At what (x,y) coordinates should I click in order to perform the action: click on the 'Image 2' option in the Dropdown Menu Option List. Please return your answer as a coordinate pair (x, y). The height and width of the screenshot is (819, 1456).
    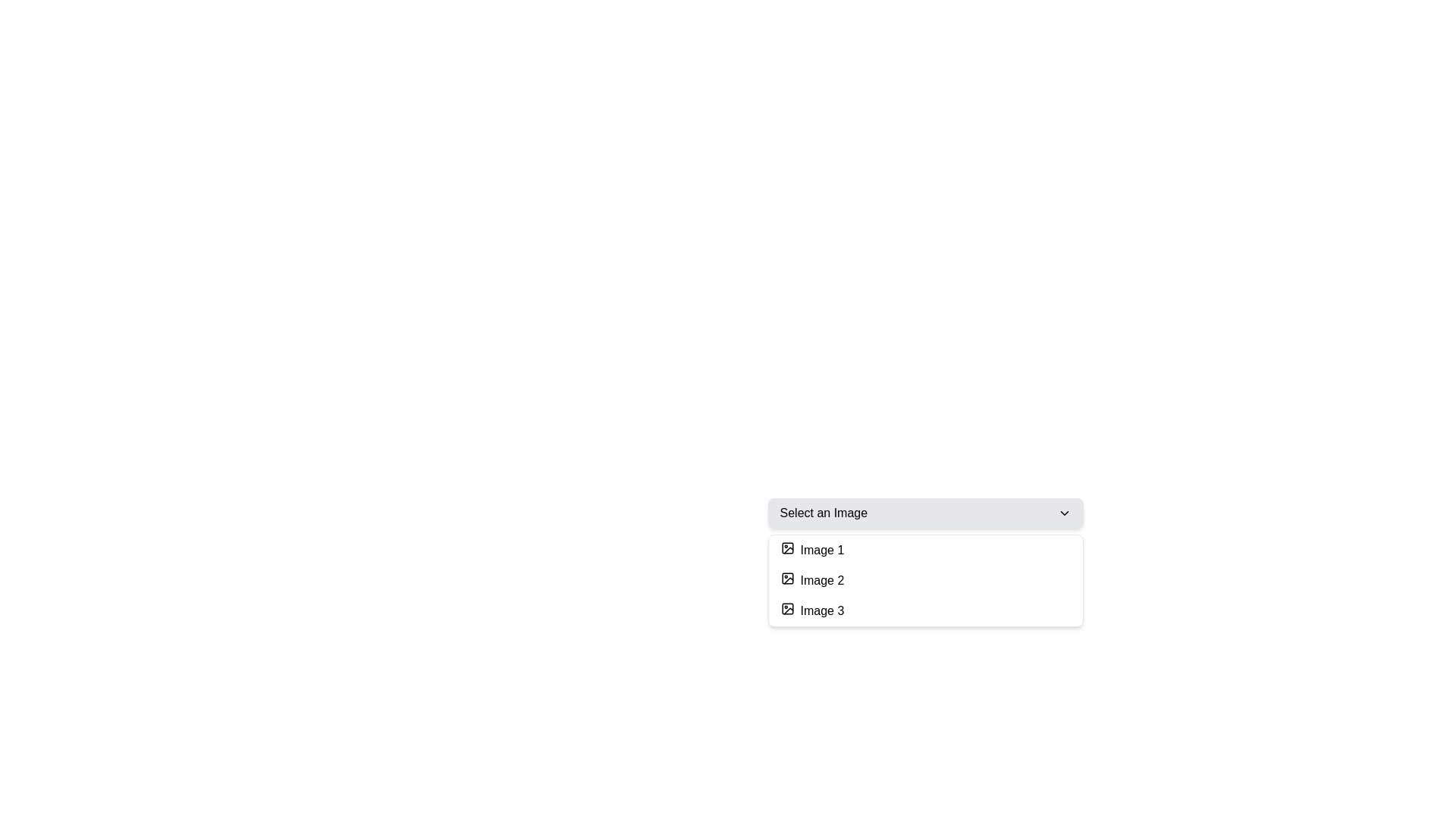
    Looking at the image, I should click on (924, 580).